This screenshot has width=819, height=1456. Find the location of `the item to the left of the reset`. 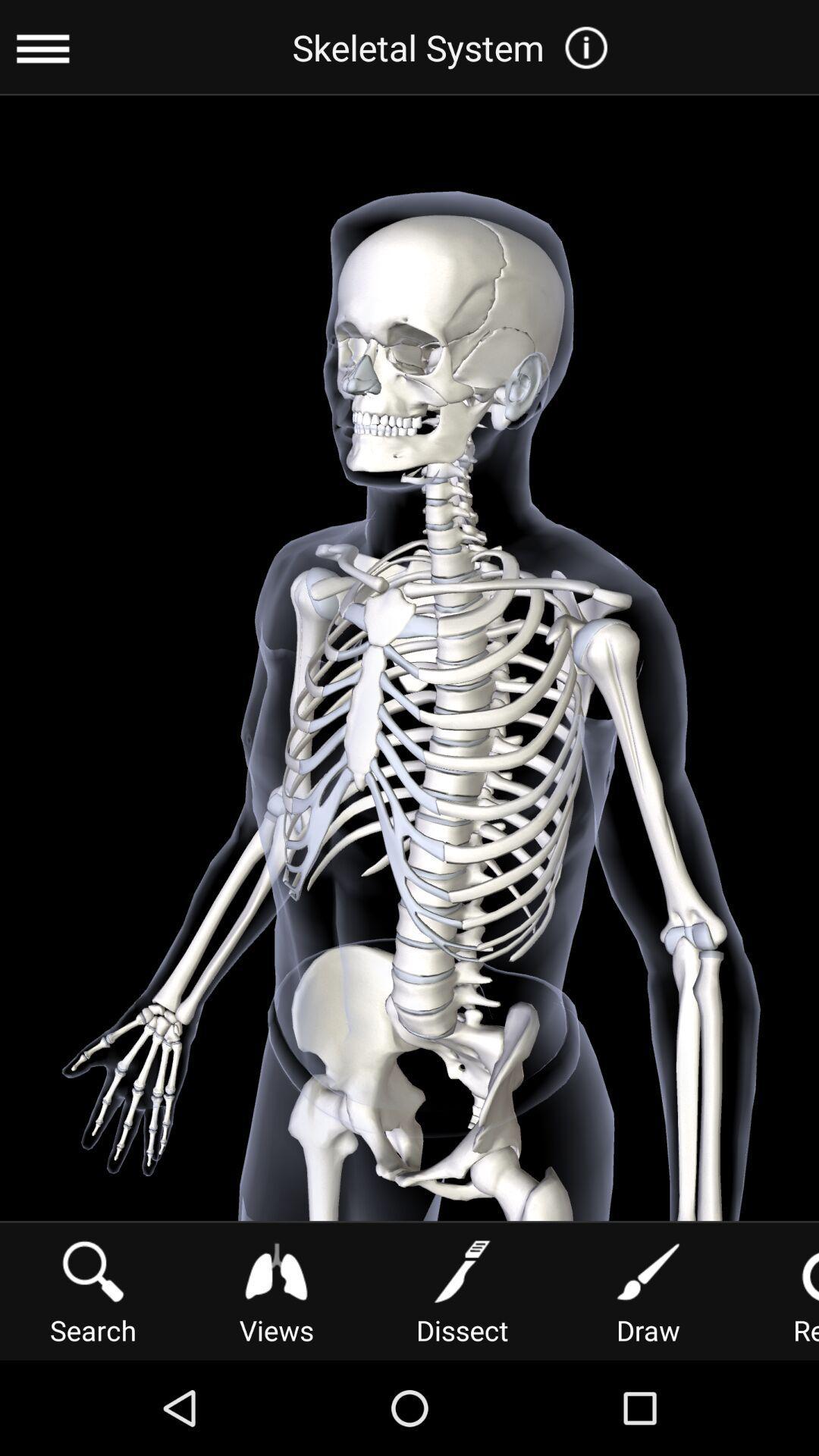

the item to the left of the reset is located at coordinates (648, 1289).